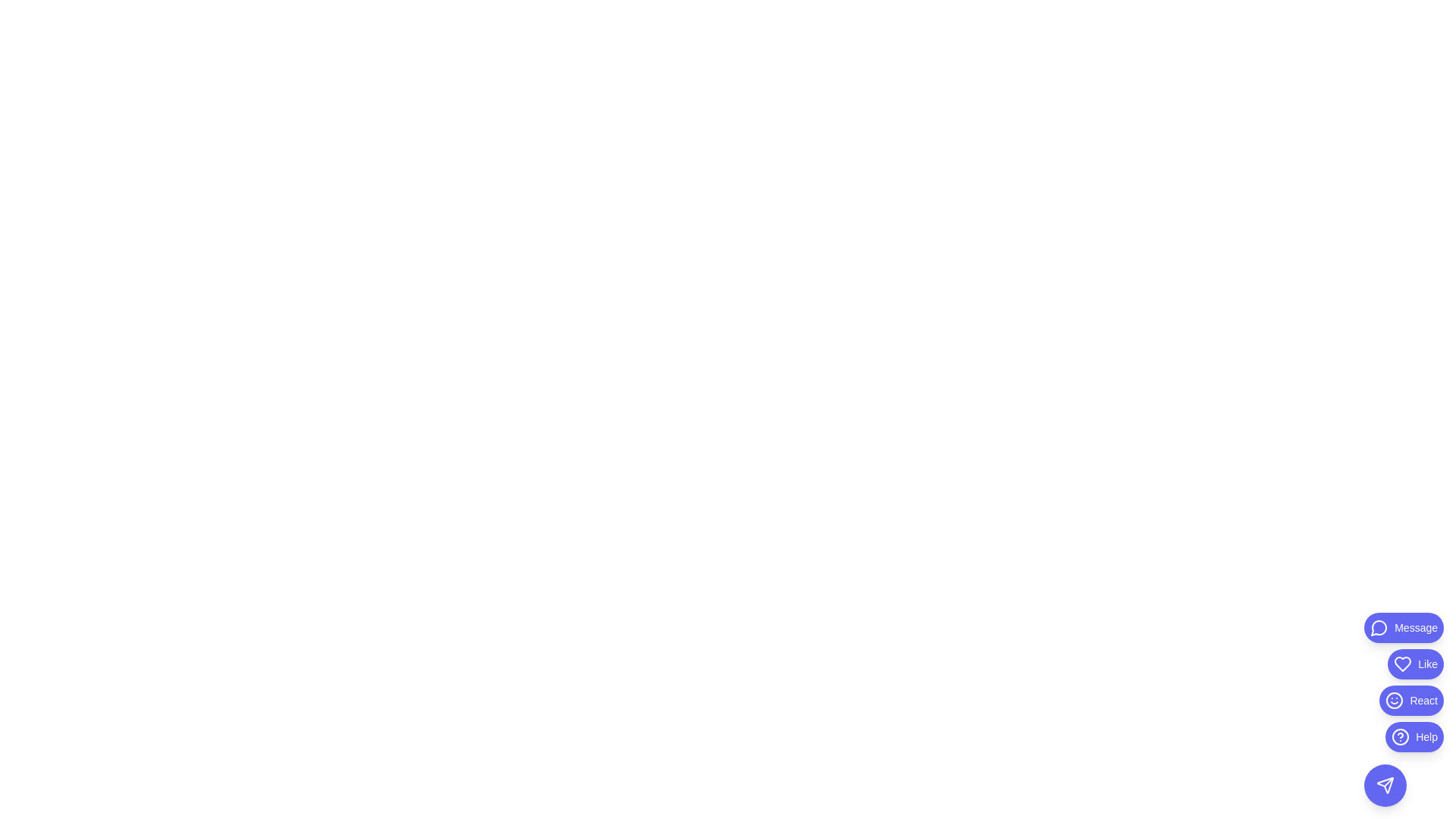 This screenshot has width=1456, height=819. I want to click on the React button, so click(1410, 701).